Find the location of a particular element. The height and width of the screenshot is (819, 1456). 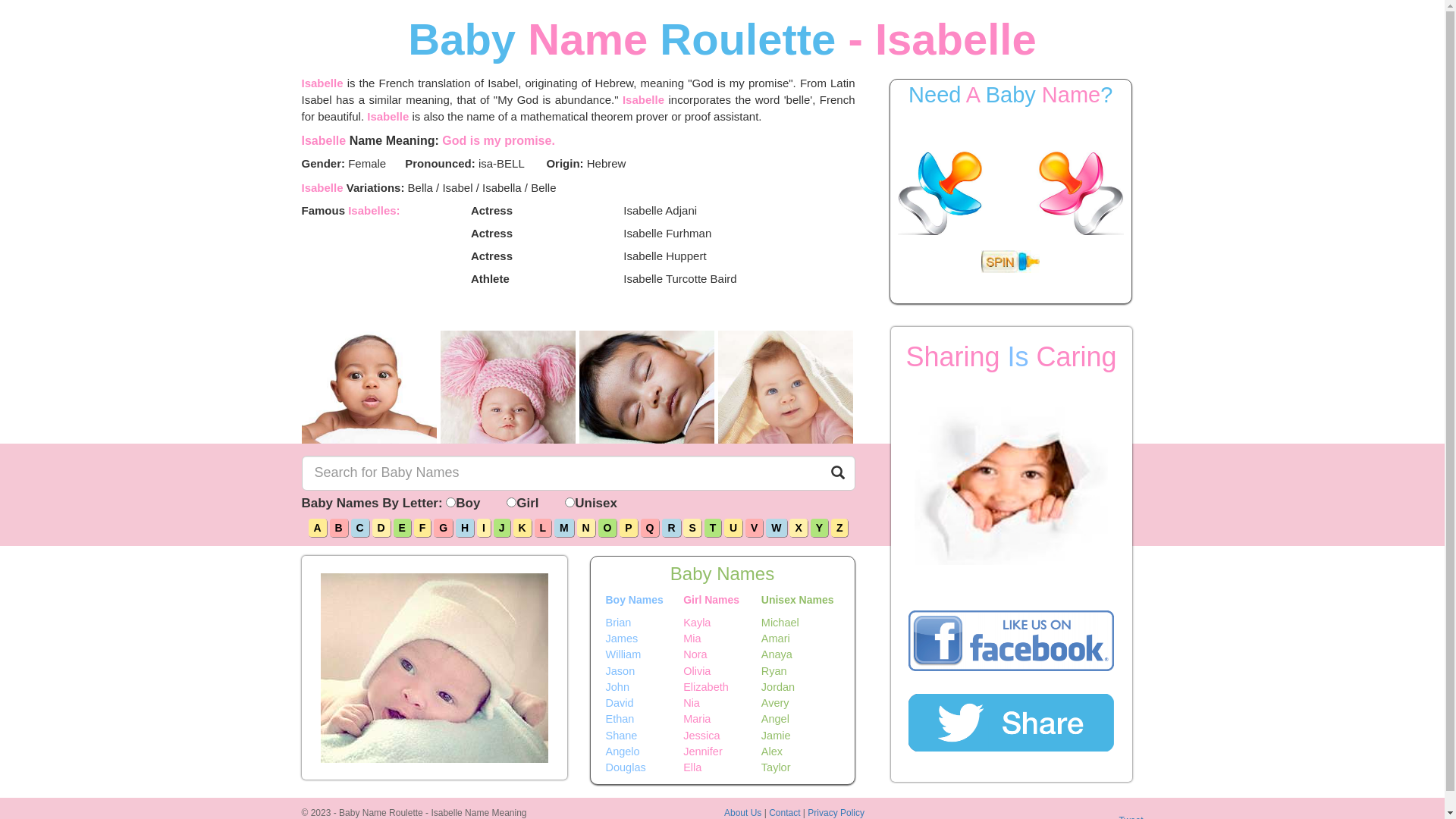

'V' is located at coordinates (754, 526).